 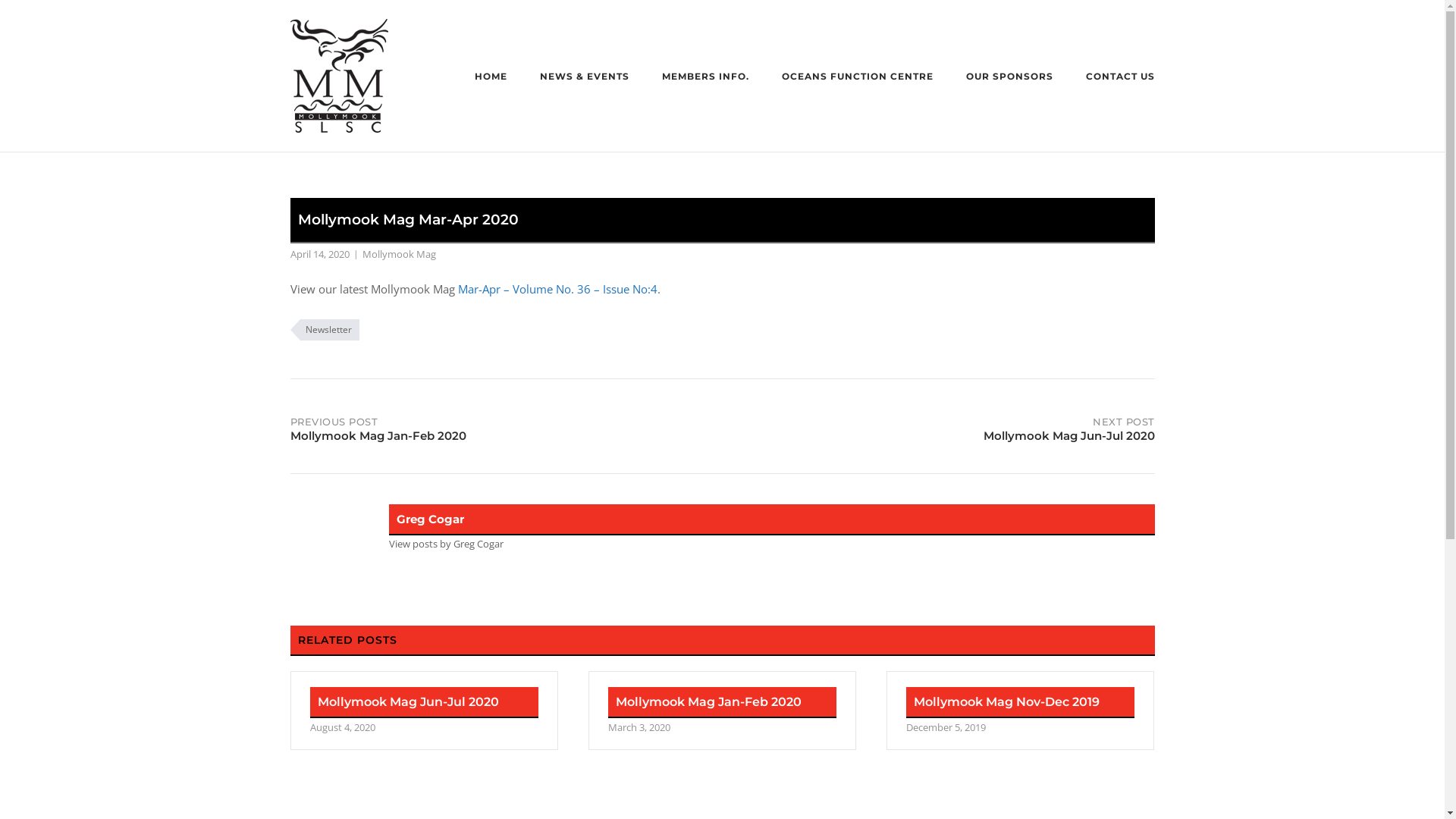 I want to click on 'CONTACT US', so click(x=1084, y=78).